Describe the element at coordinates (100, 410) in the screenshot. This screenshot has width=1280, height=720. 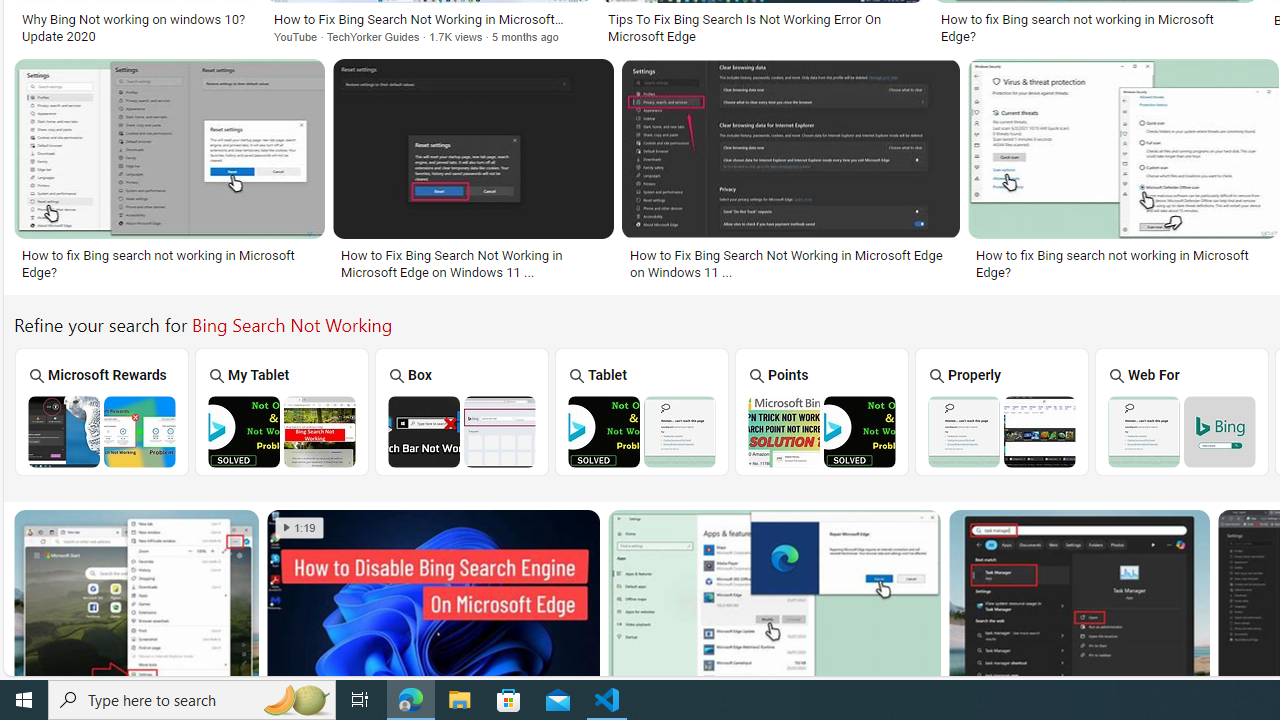
I see `'Microsoft Rewards'` at that location.